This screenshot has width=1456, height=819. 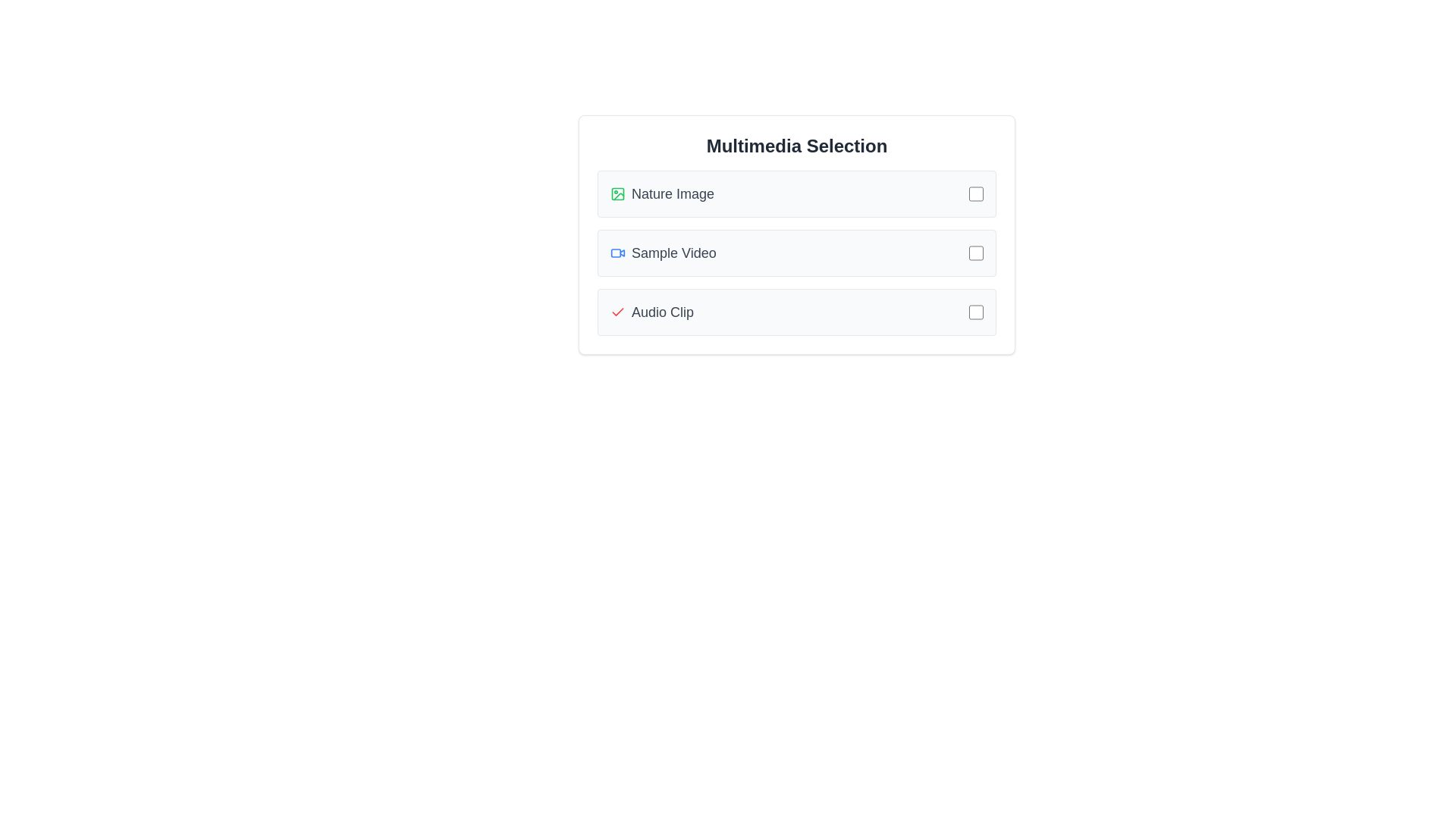 What do you see at coordinates (618, 312) in the screenshot?
I see `the checkmark icon that indicates the active selection of the 'Audio Clip' option, located to the left of the 'Audio Clip' text label` at bounding box center [618, 312].